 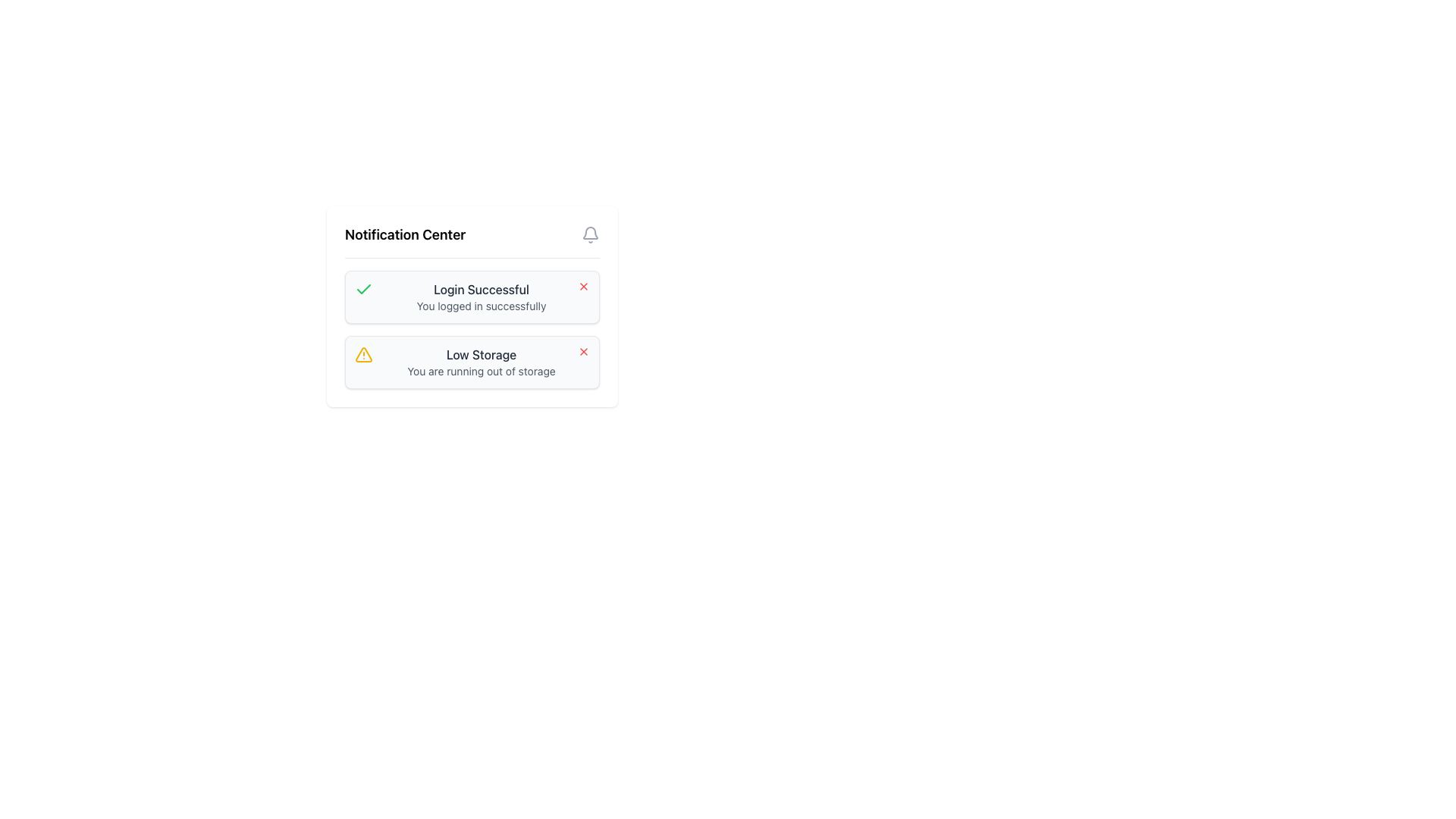 I want to click on text label that reads 'Login Successful', which is styled with a medium font weight and dark gray color, located in the top notification block of the 'Notification Center', so click(x=480, y=289).